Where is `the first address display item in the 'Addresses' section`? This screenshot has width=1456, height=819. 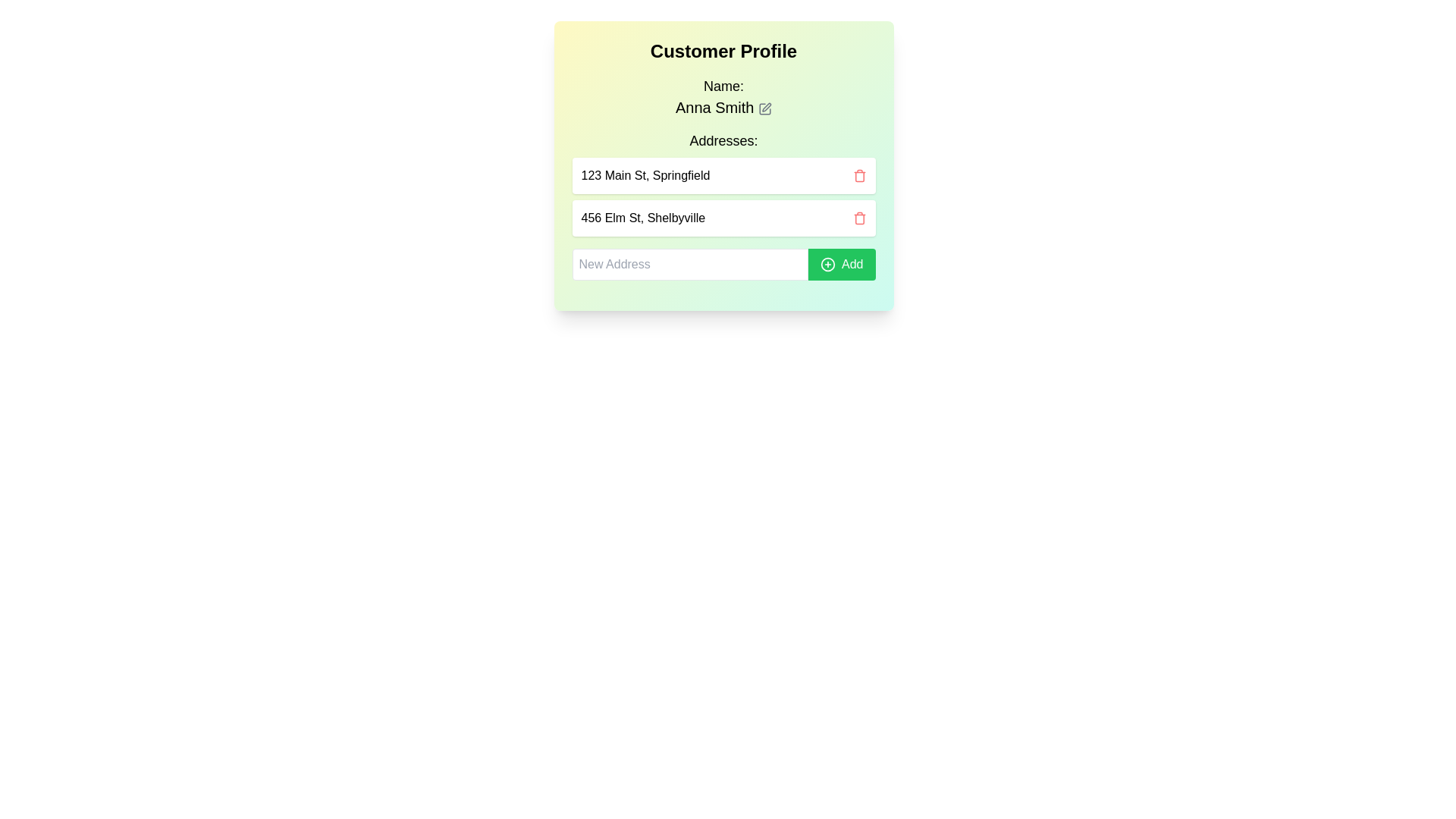
the first address display item in the 'Addresses' section is located at coordinates (723, 174).